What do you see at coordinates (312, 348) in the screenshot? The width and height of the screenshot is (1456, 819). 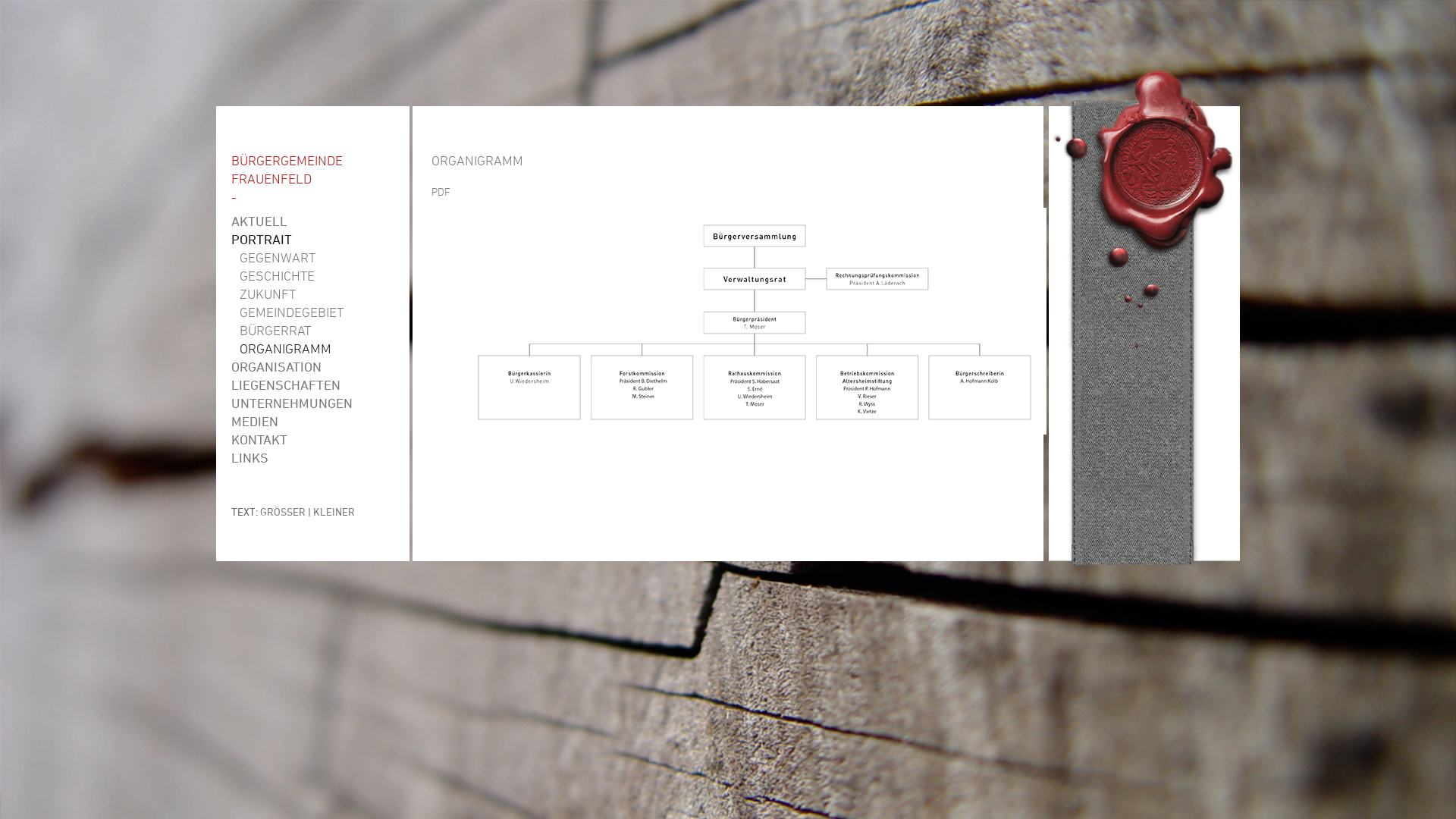 I see `'ORGANIGRAMM'` at bounding box center [312, 348].